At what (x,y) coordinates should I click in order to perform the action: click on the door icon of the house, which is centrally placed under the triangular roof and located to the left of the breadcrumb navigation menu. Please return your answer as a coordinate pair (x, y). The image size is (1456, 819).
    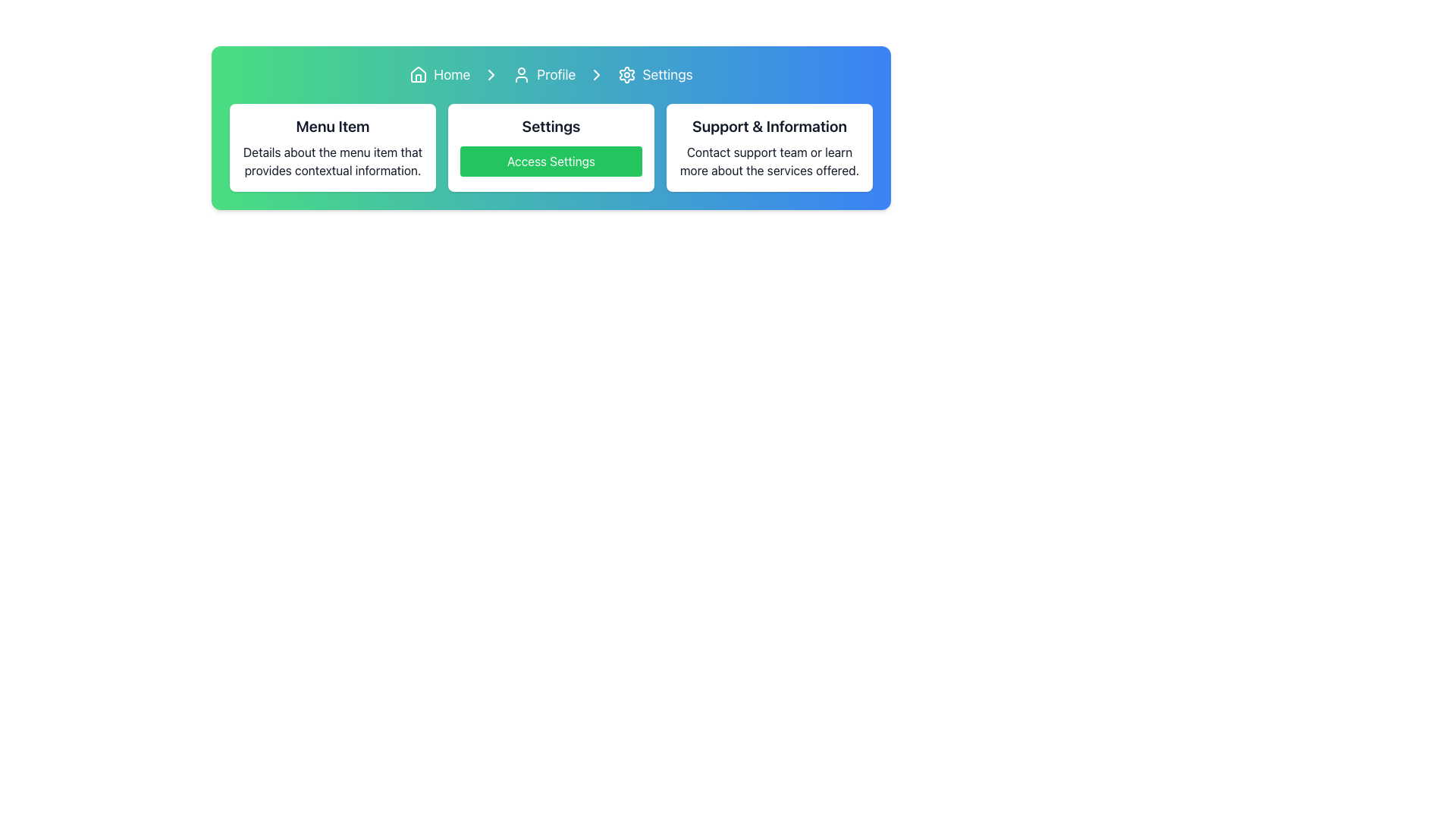
    Looking at the image, I should click on (419, 78).